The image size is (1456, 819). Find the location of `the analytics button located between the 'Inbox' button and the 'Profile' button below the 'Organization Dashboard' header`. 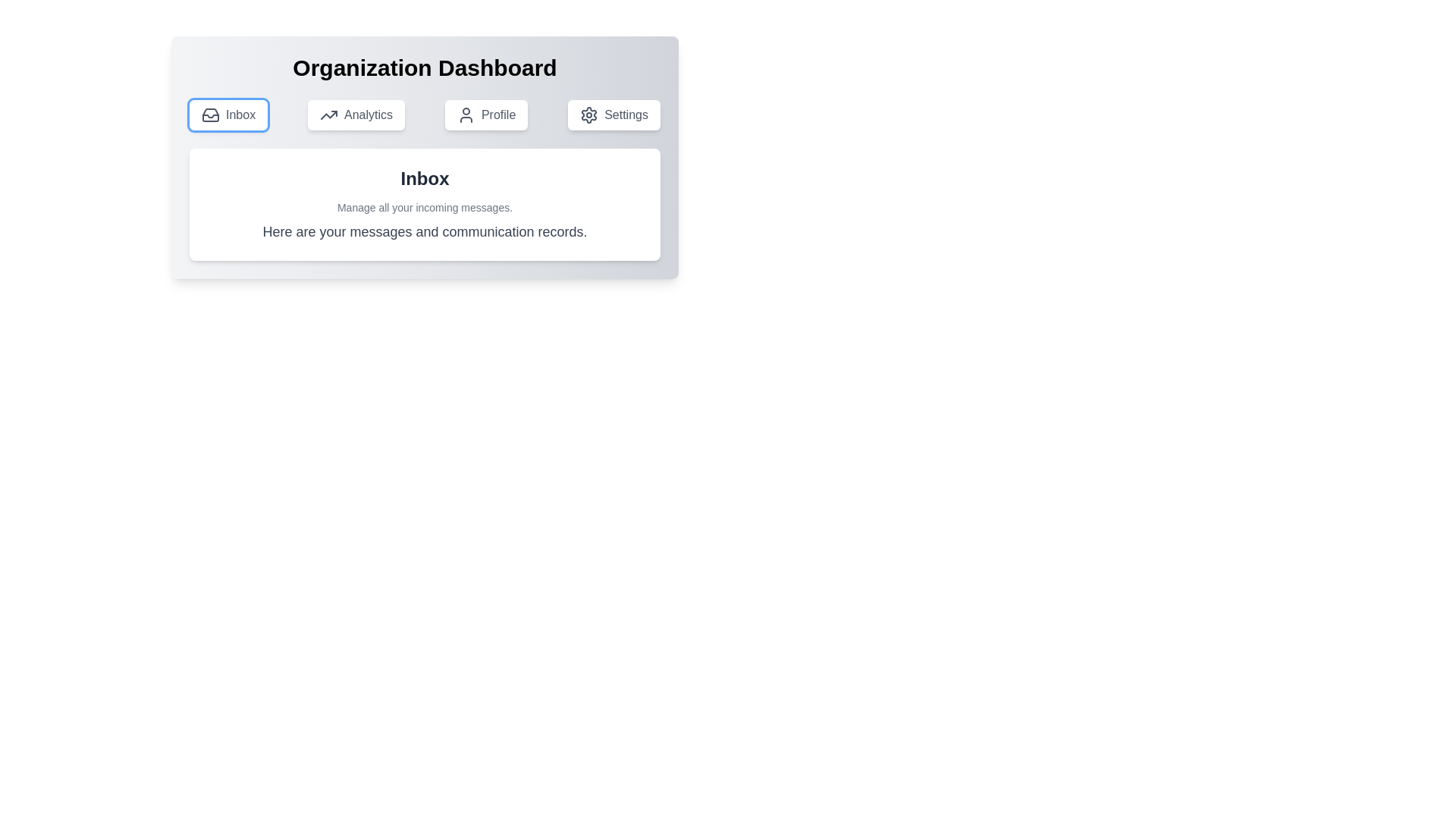

the analytics button located between the 'Inbox' button and the 'Profile' button below the 'Organization Dashboard' header is located at coordinates (356, 114).